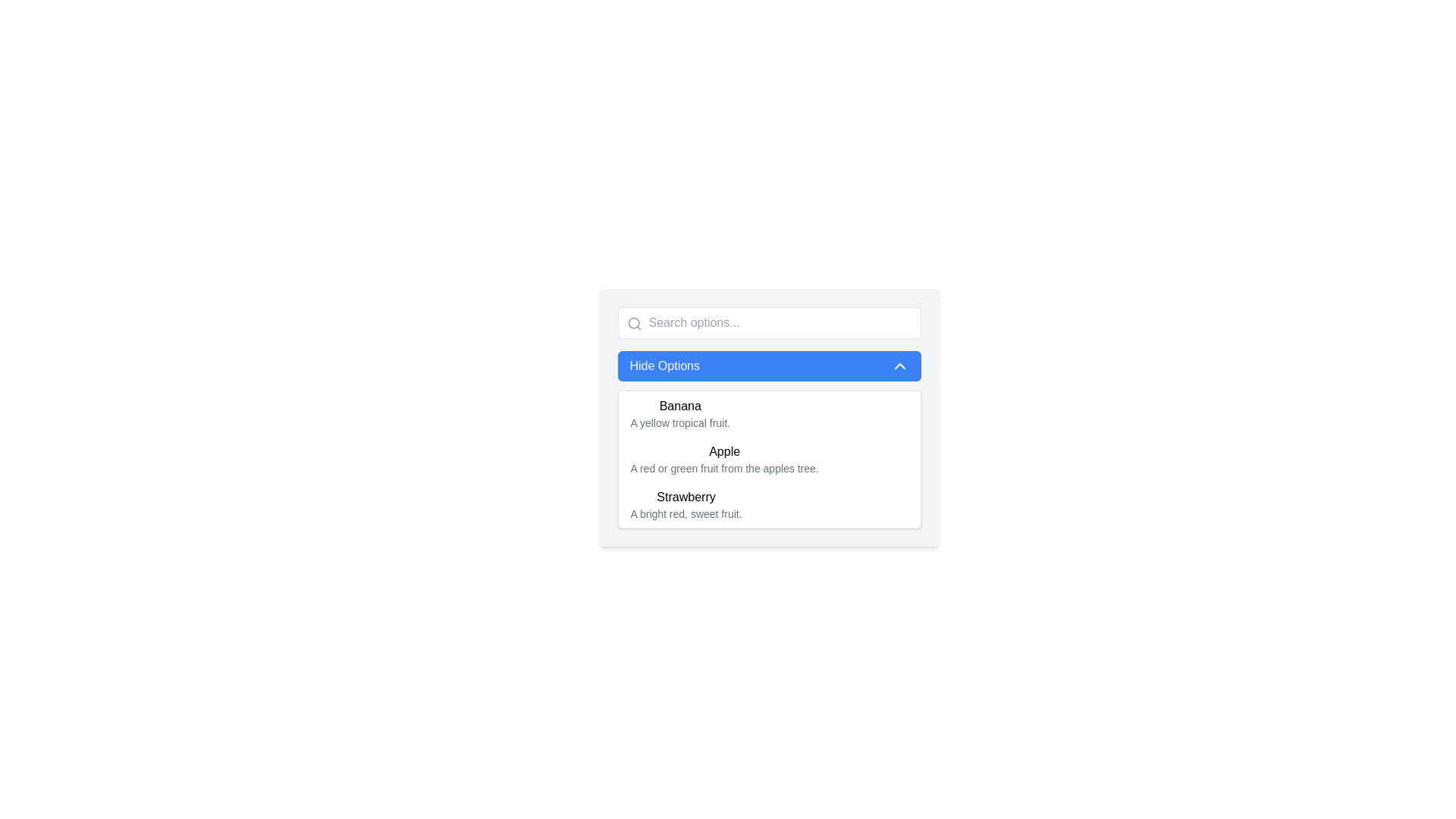 The width and height of the screenshot is (1456, 819). Describe the element at coordinates (769, 505) in the screenshot. I see `to select the third option in the dropdown menu, which is a selectable option for fruits, located below 'Apple'` at that location.